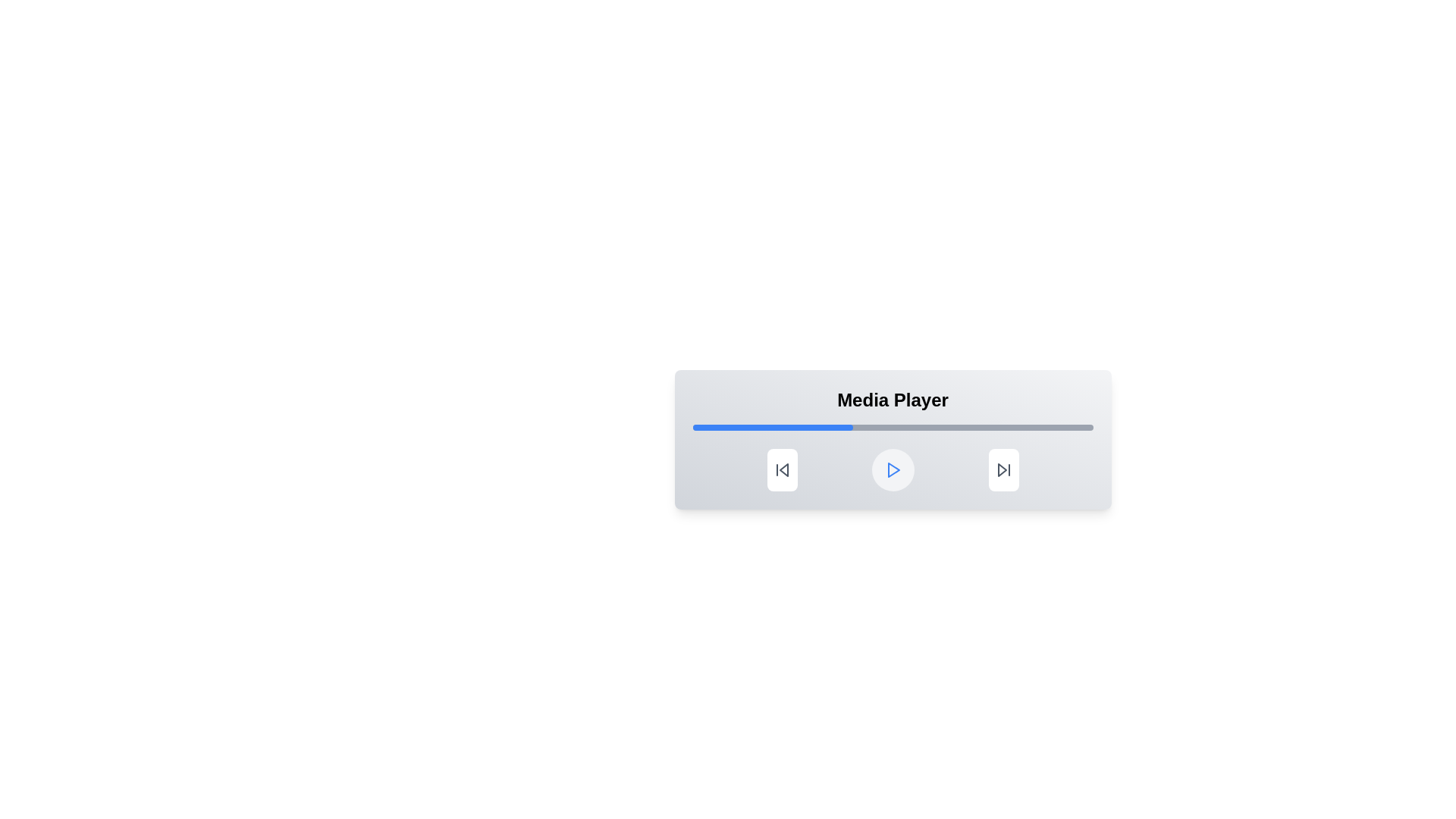  Describe the element at coordinates (893, 400) in the screenshot. I see `the 'Media Player' text label, which is styled with a bold and large font and located at the top of its containing card-like structure` at that location.